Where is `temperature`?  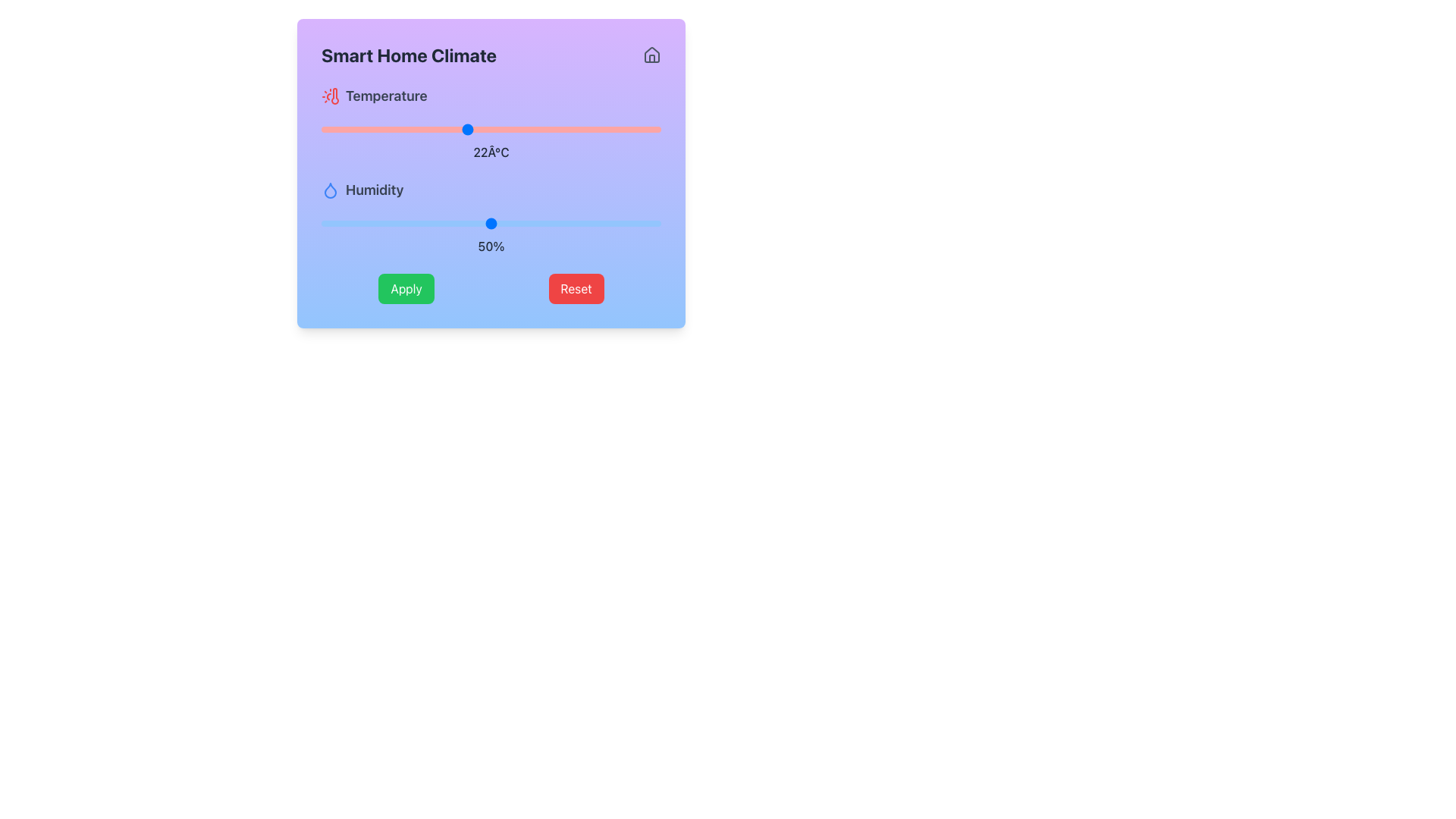
temperature is located at coordinates (466, 128).